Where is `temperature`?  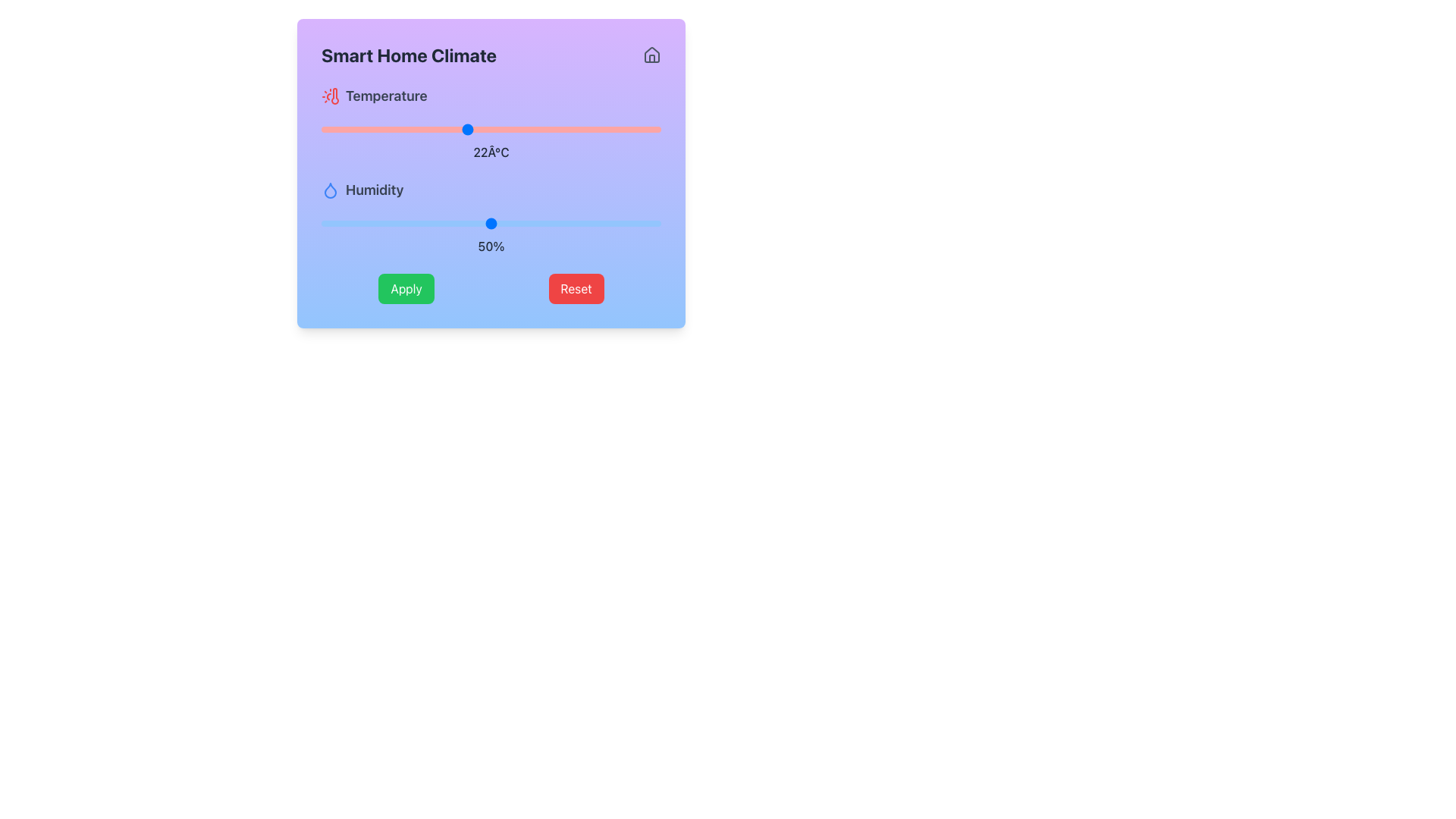
temperature is located at coordinates (466, 128).